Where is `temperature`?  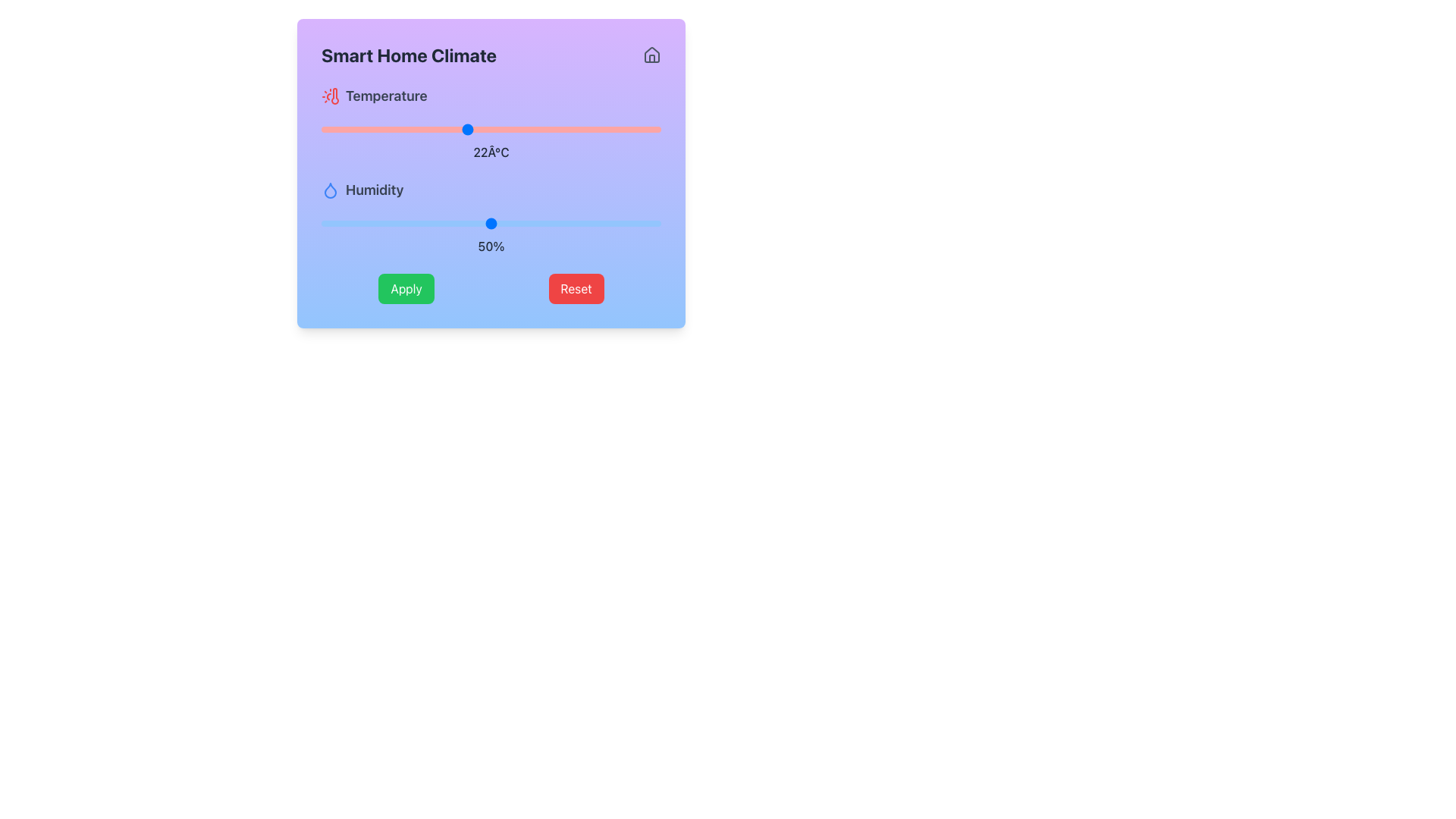
temperature is located at coordinates (466, 128).